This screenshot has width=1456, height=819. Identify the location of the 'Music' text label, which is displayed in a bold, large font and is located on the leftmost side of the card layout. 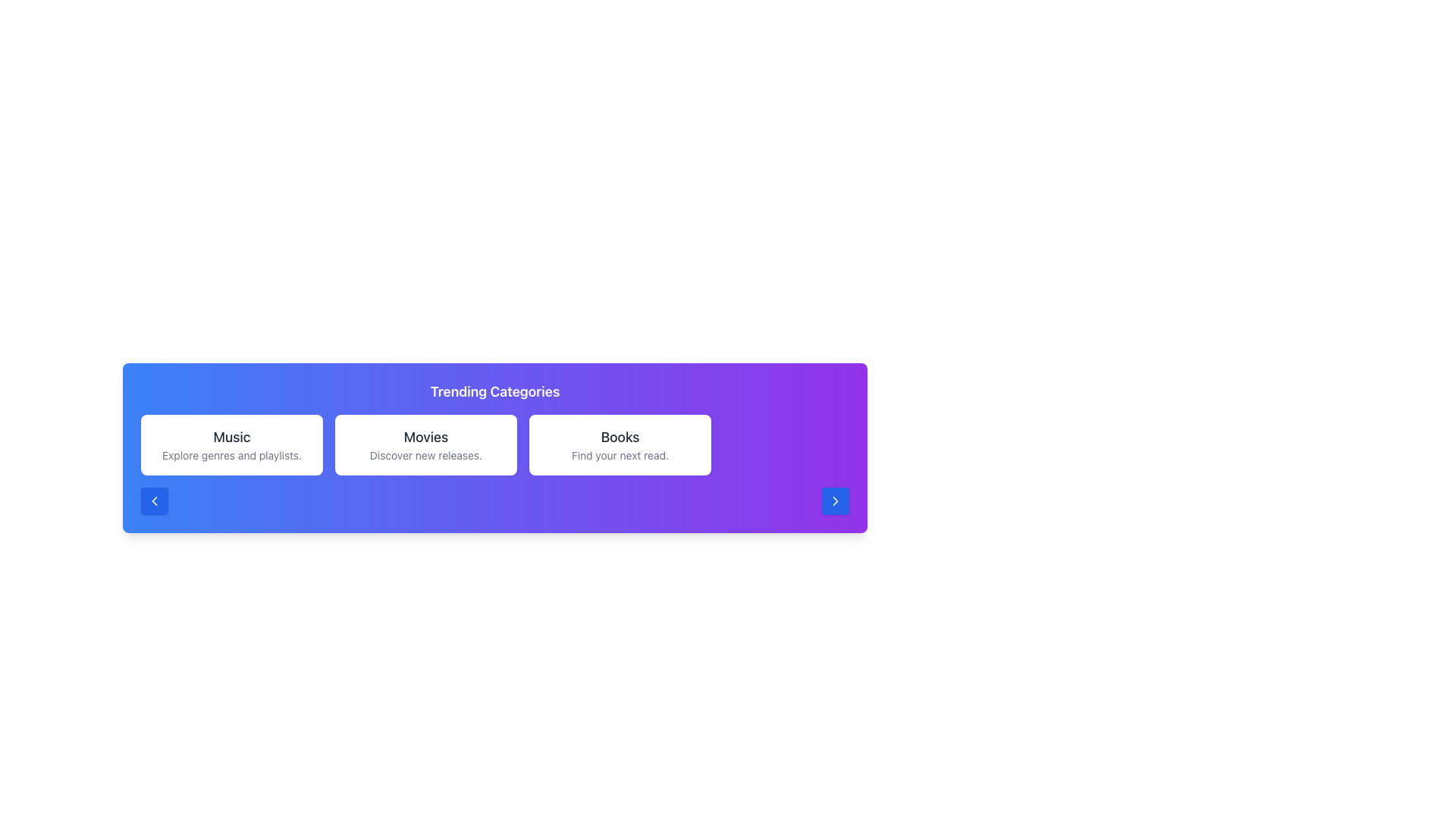
(231, 438).